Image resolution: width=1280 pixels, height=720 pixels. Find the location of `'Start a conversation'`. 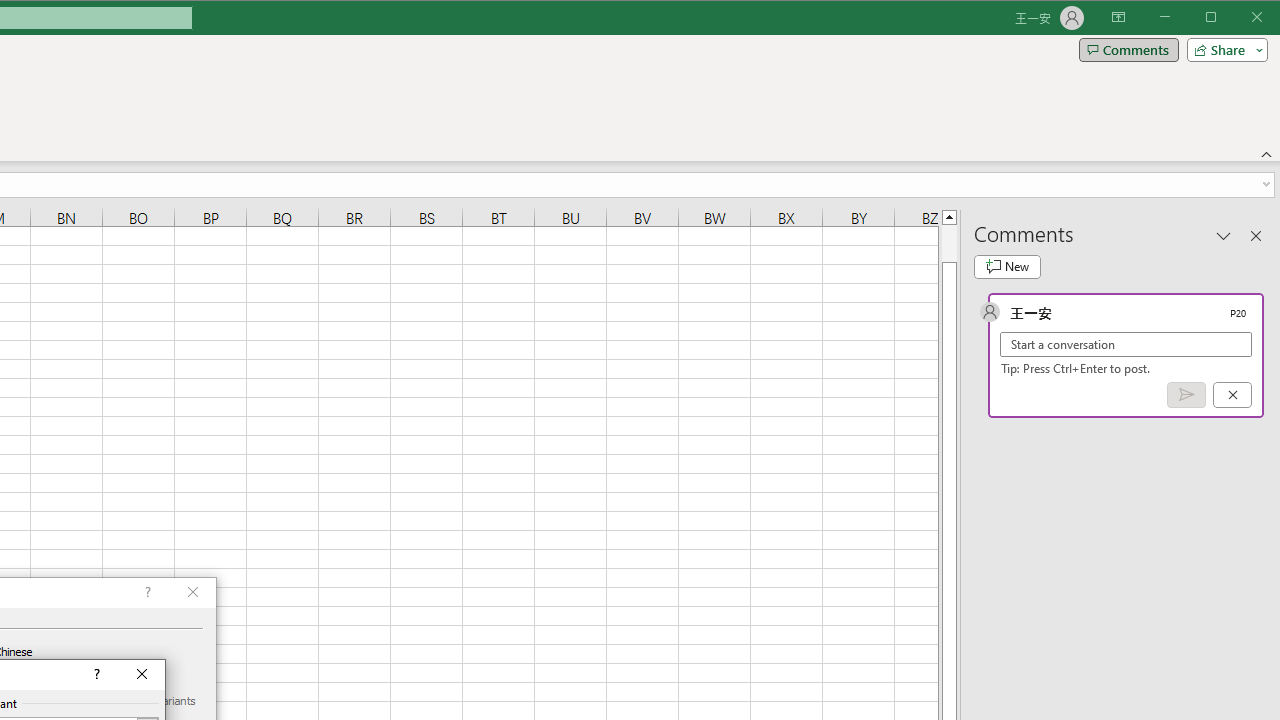

'Start a conversation' is located at coordinates (1126, 343).